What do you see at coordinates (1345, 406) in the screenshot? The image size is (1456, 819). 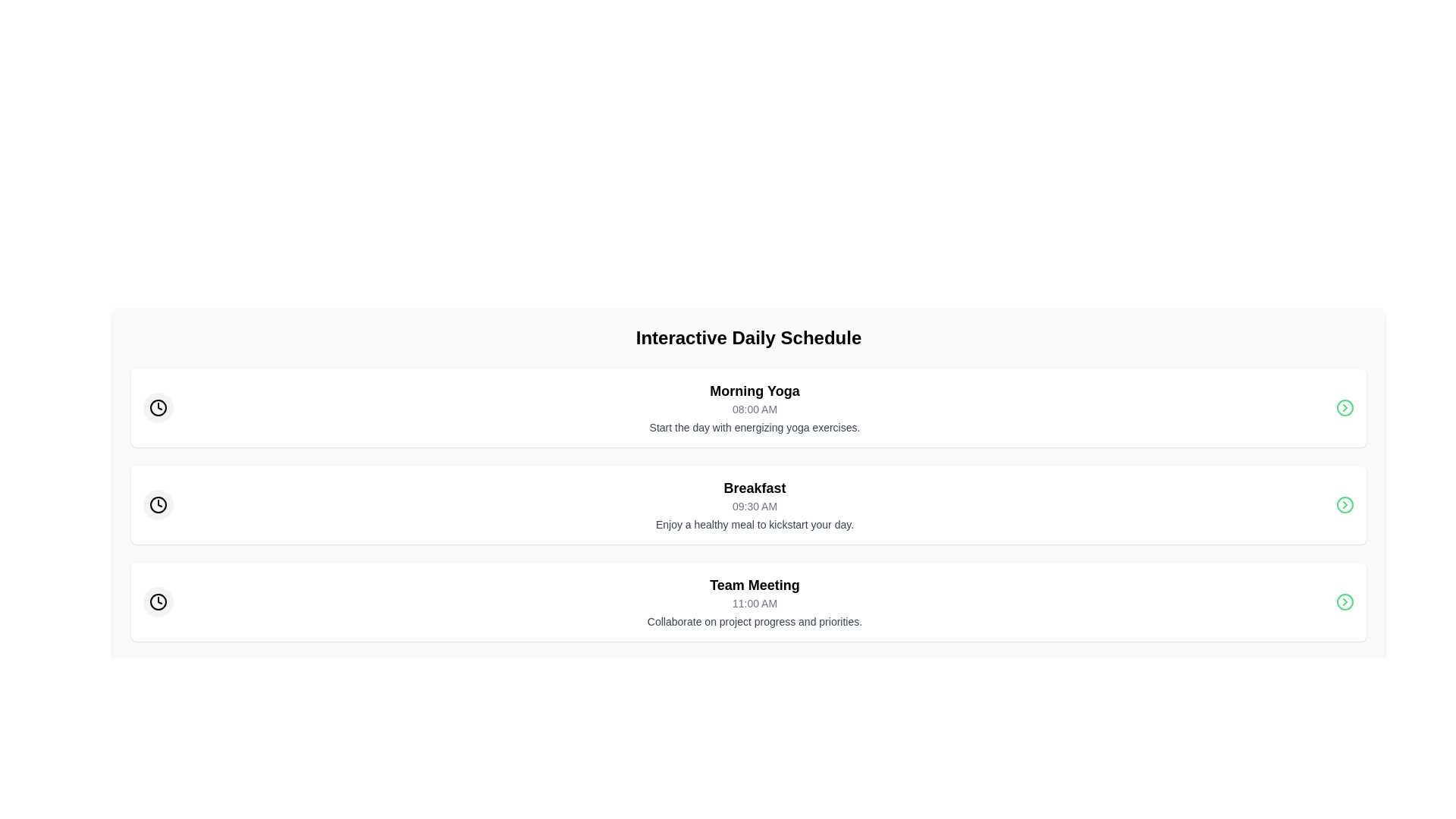 I see `the SVG circle graphic with a green outline located on the right side of the 'Breakfast' section block, which is part of a styled SVG graphic including a right-pointing arrow` at bounding box center [1345, 406].